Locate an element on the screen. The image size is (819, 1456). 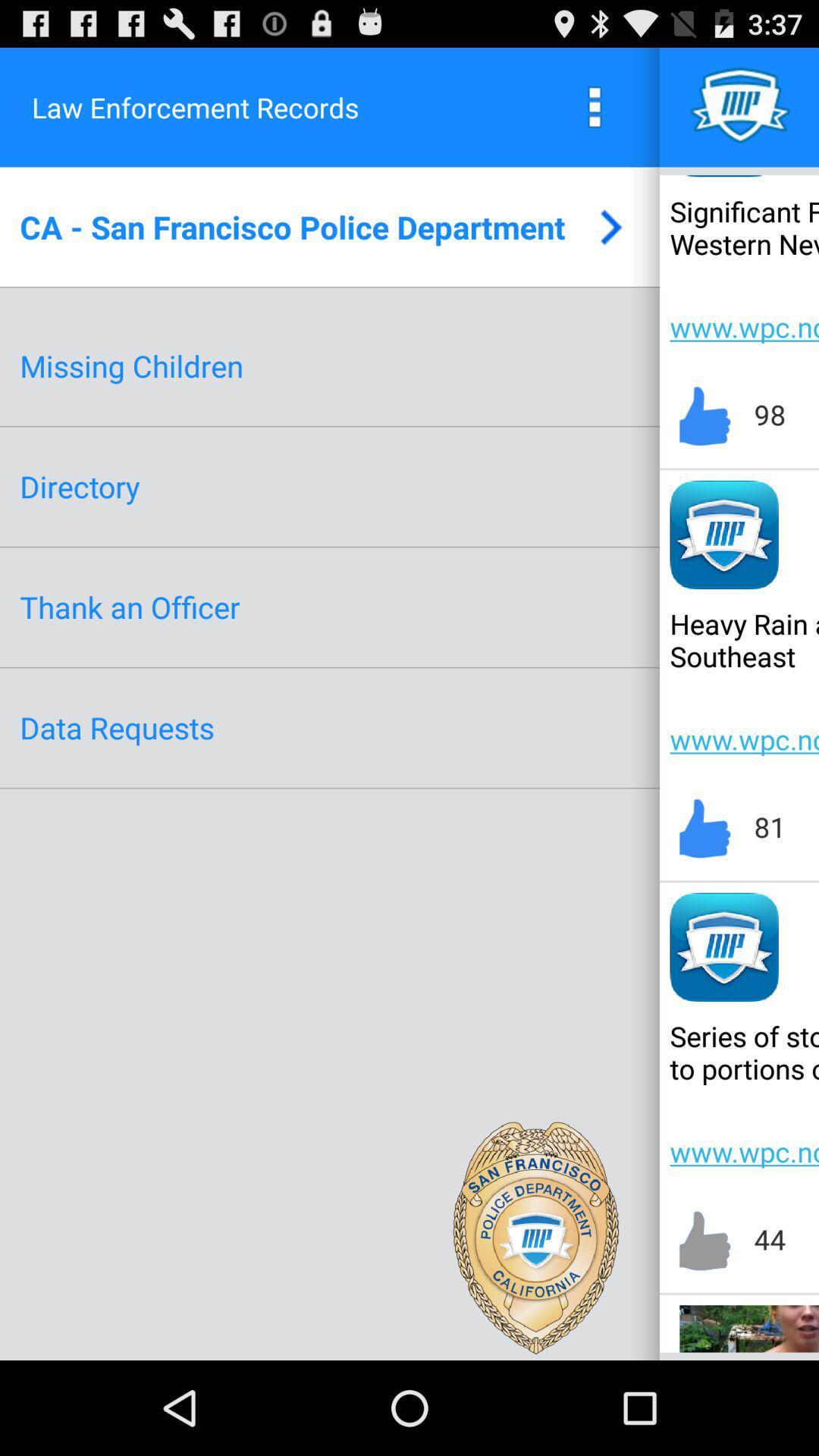
app below the missing children is located at coordinates (80, 486).